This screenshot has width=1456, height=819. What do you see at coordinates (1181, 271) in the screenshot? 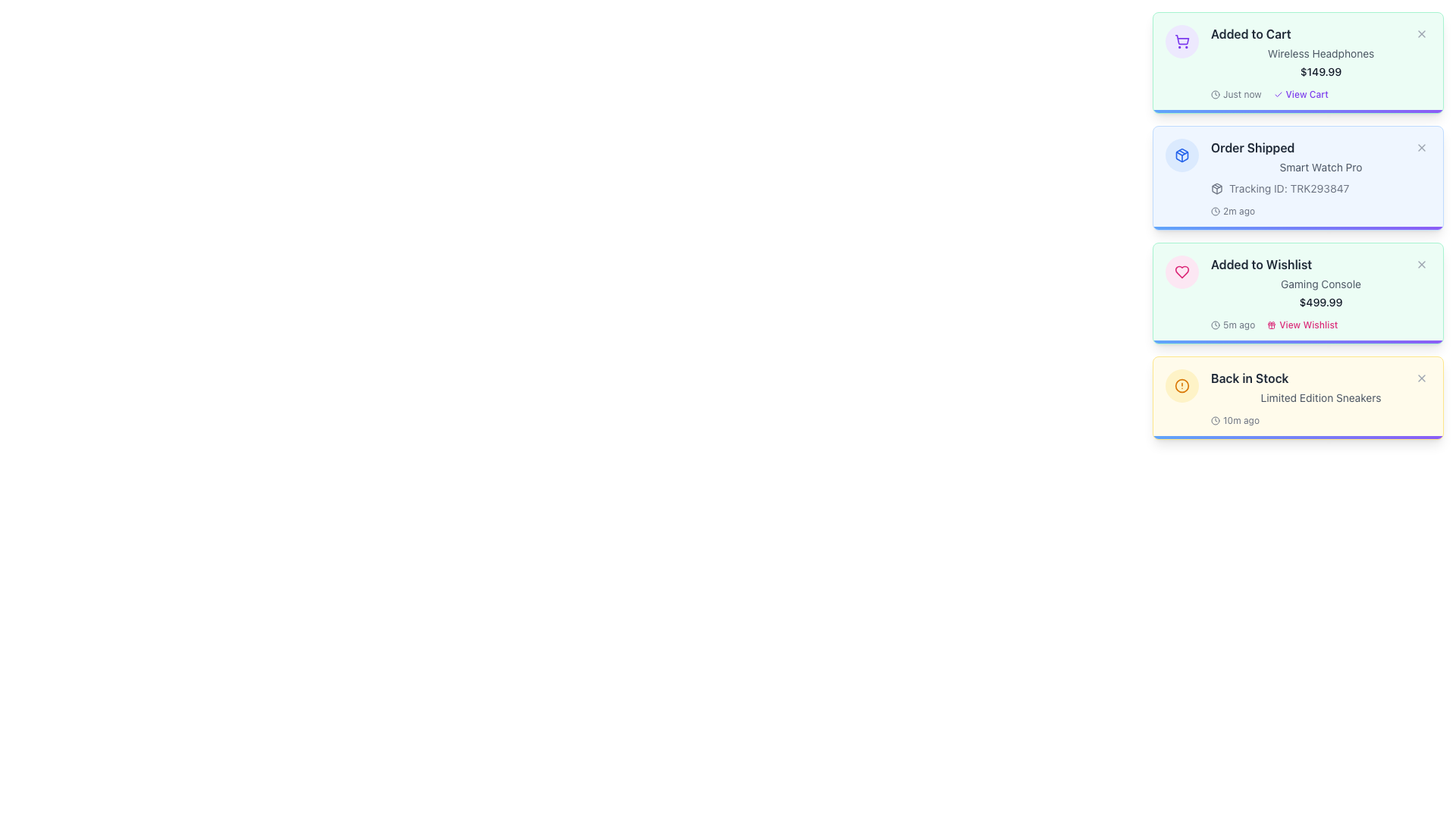
I see `the heart icon within the pink circular background, located at the top-left corner of the 'Added to Wishlist' notification card` at bounding box center [1181, 271].